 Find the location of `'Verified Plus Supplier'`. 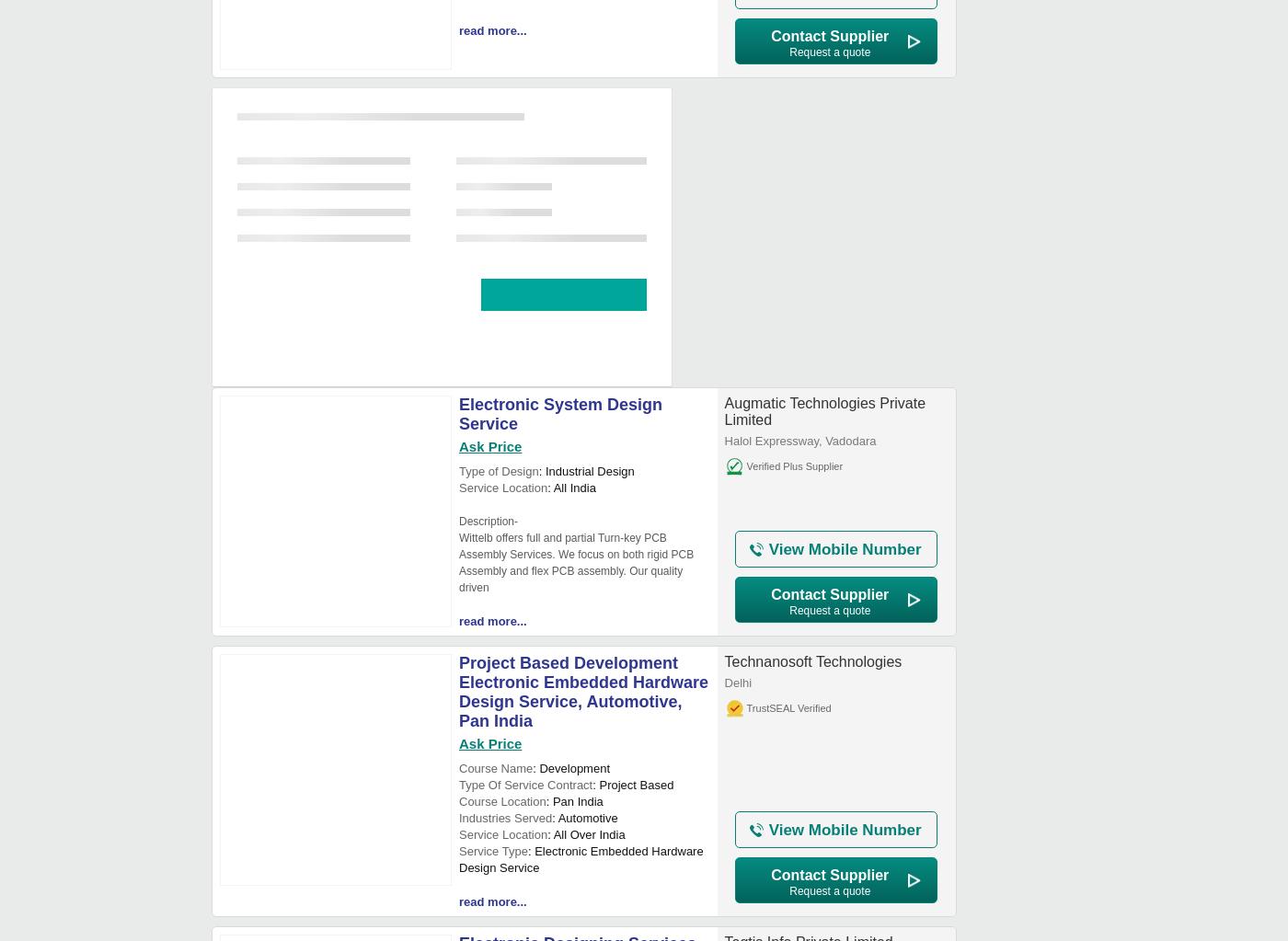

'Verified Plus Supplier' is located at coordinates (794, 465).